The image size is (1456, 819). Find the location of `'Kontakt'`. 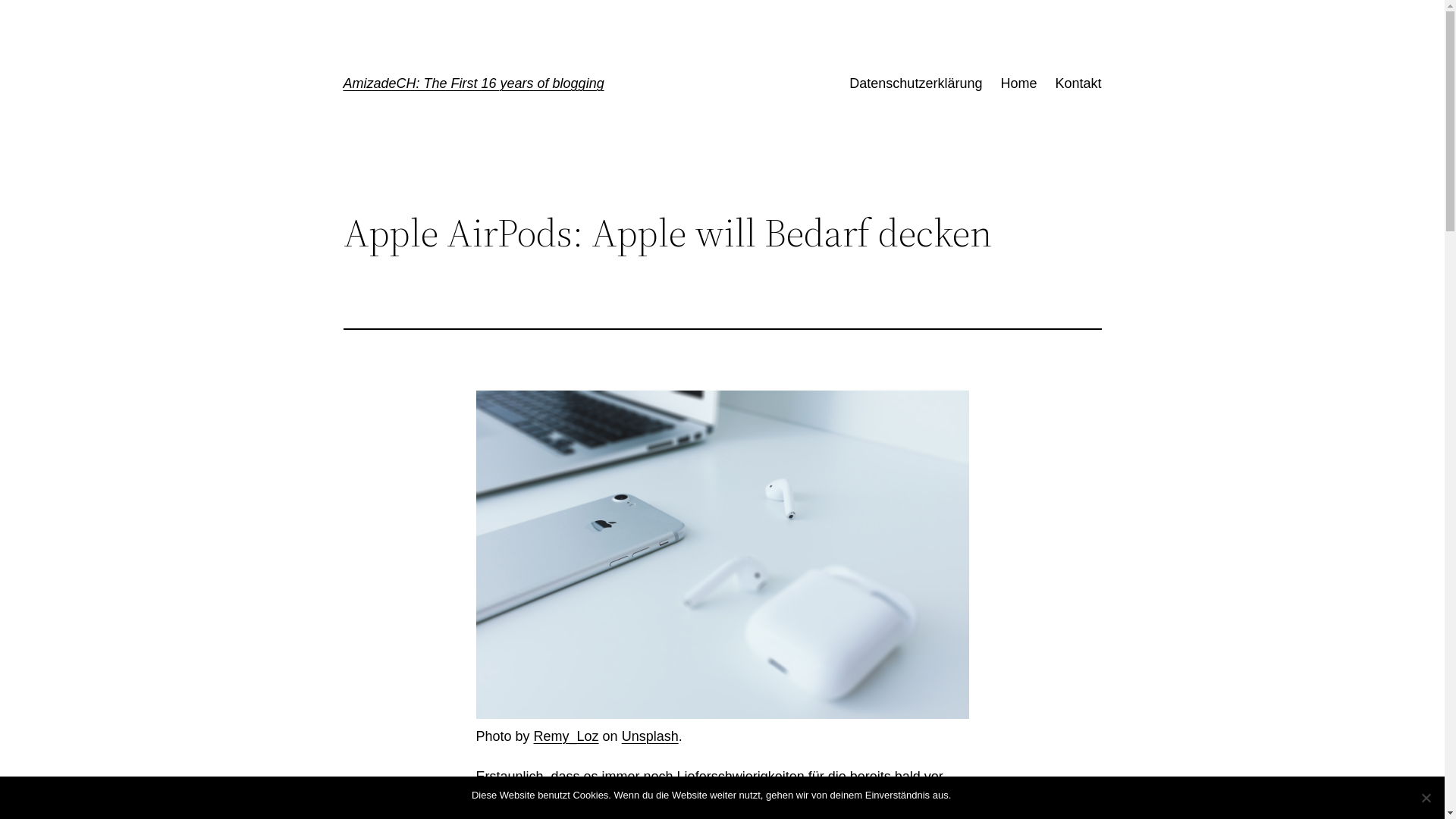

'Kontakt' is located at coordinates (1054, 83).